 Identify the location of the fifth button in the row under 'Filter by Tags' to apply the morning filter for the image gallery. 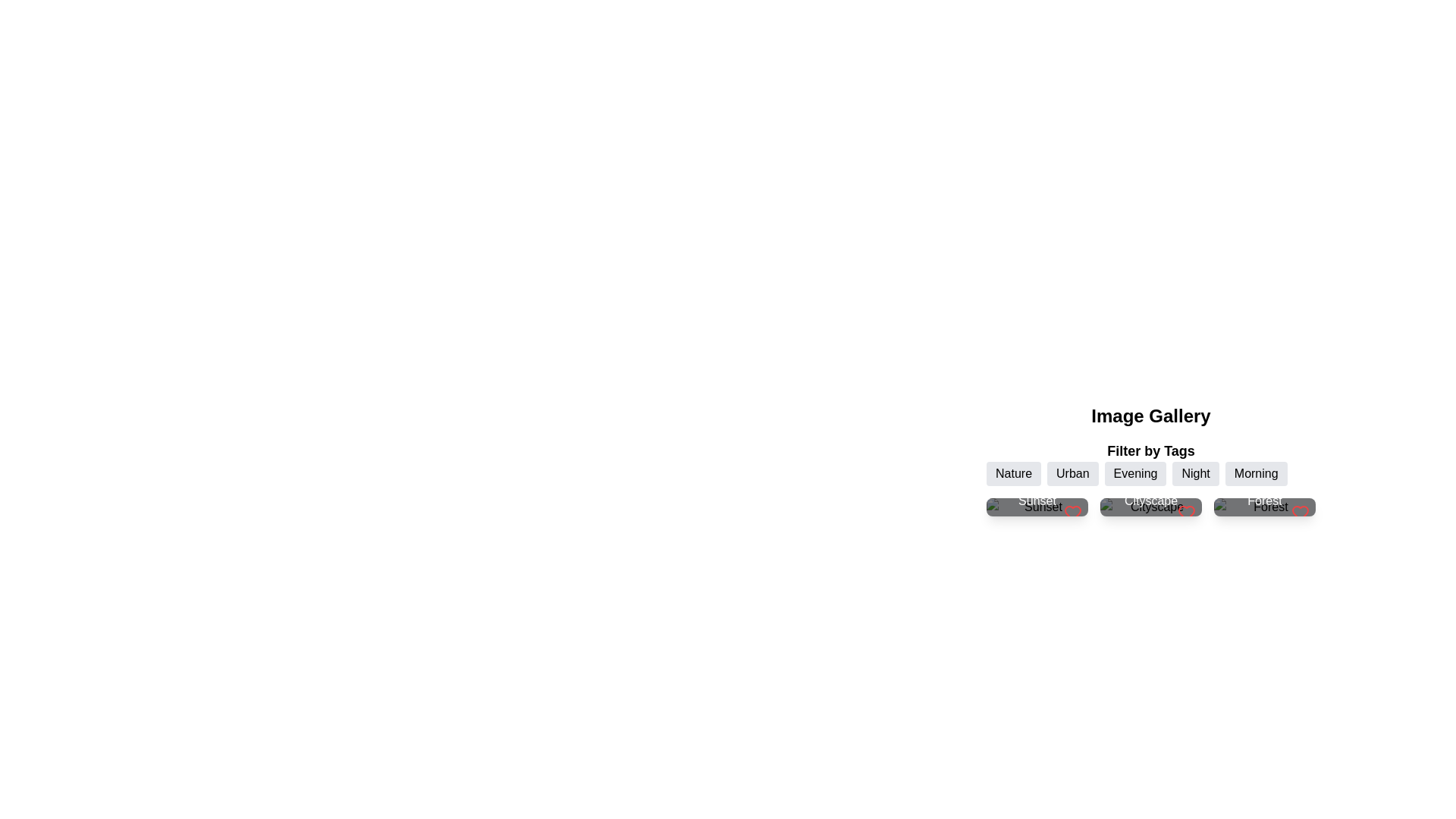
(1256, 472).